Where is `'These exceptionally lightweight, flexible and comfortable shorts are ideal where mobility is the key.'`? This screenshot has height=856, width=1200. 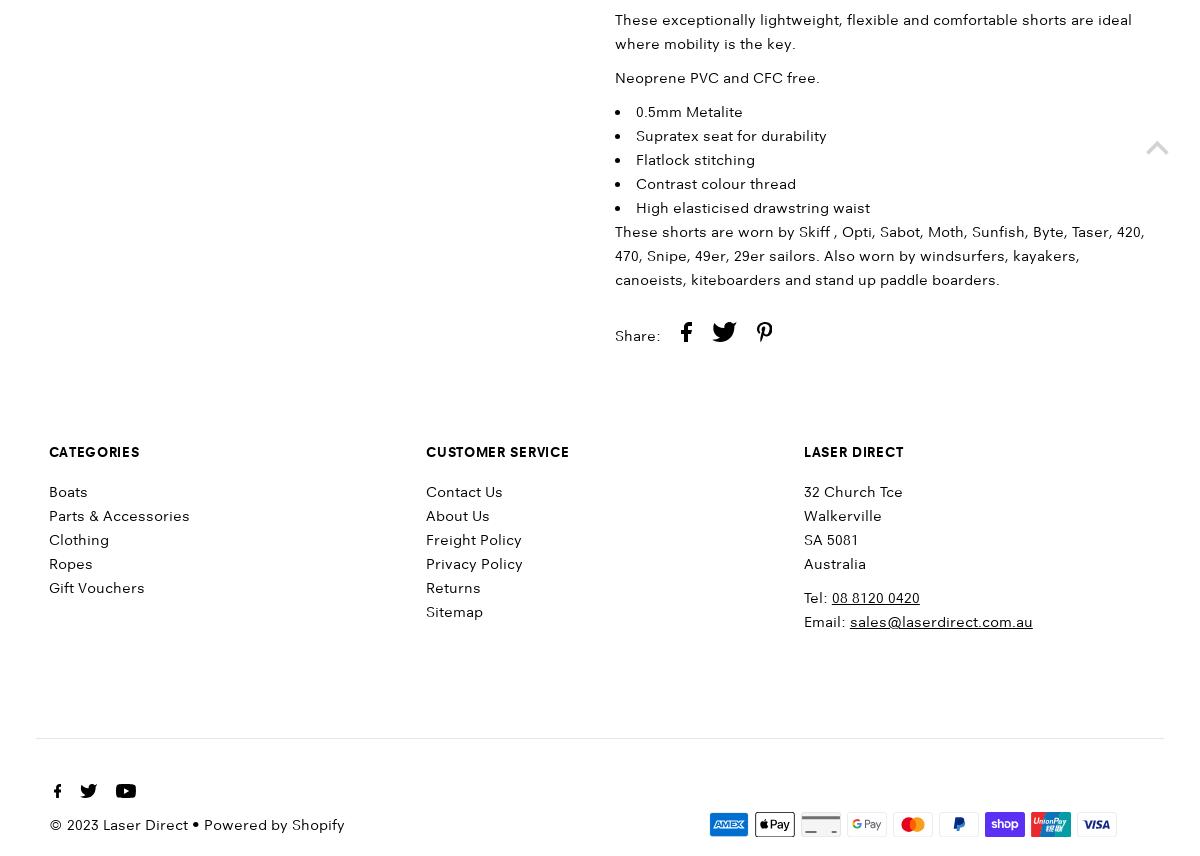
'These exceptionally lightweight, flexible and comfortable shorts are ideal where mobility is the key.' is located at coordinates (872, 32).